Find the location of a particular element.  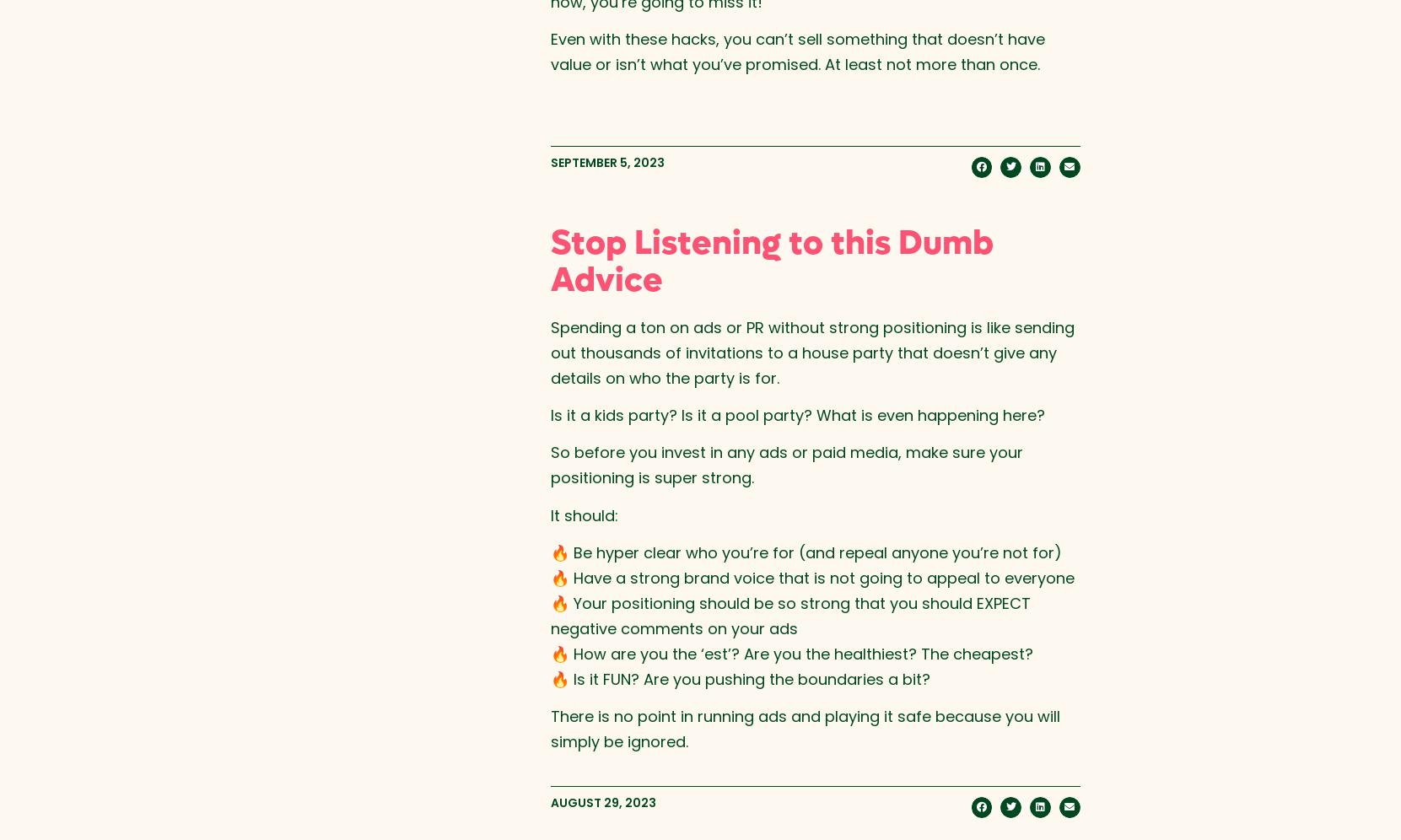

'🔥 Be hyper clear who you’re for (and repeal anyone you’re not for)' is located at coordinates (549, 552).